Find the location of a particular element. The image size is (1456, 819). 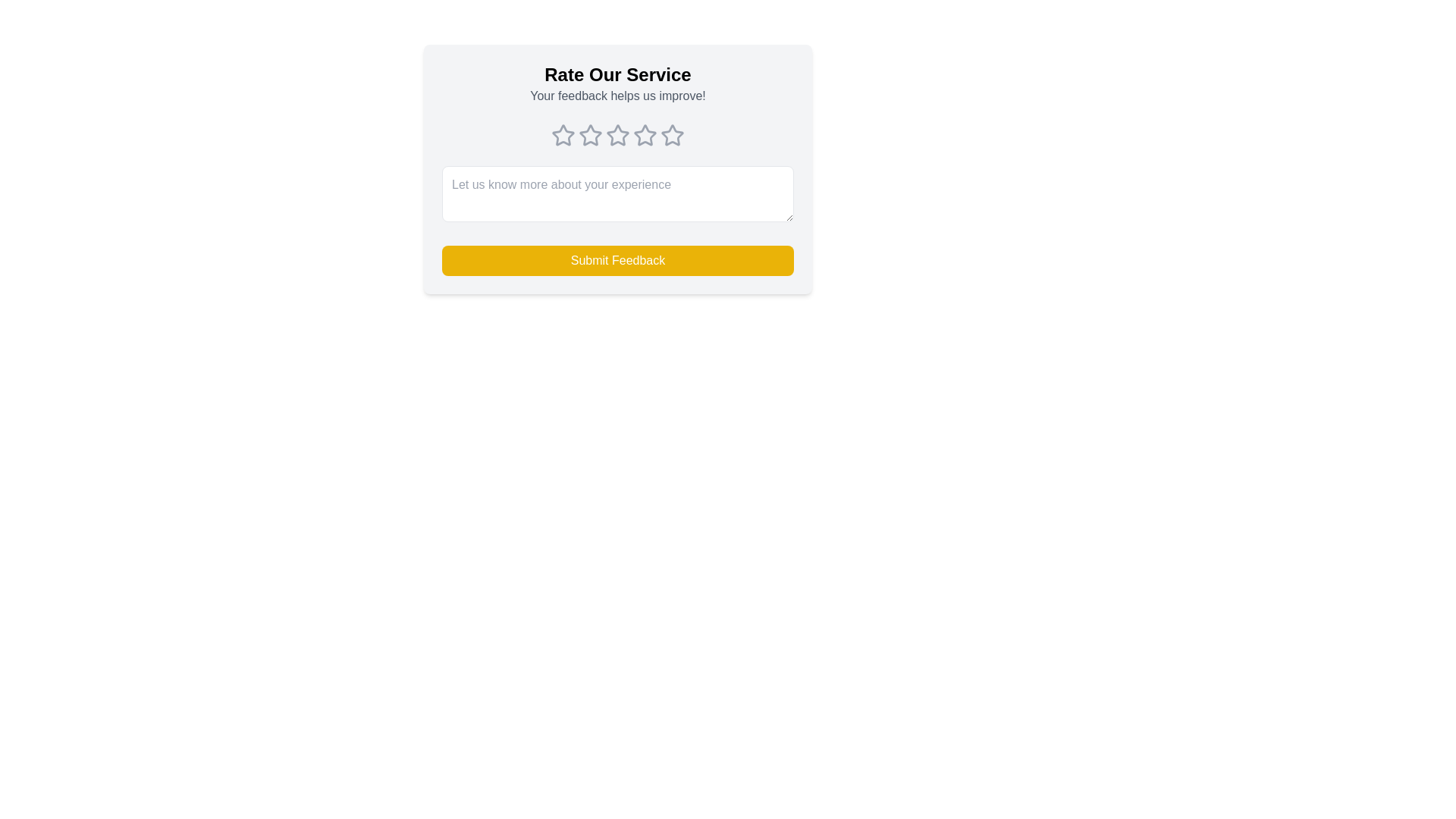

the third star in the rating system is located at coordinates (618, 134).